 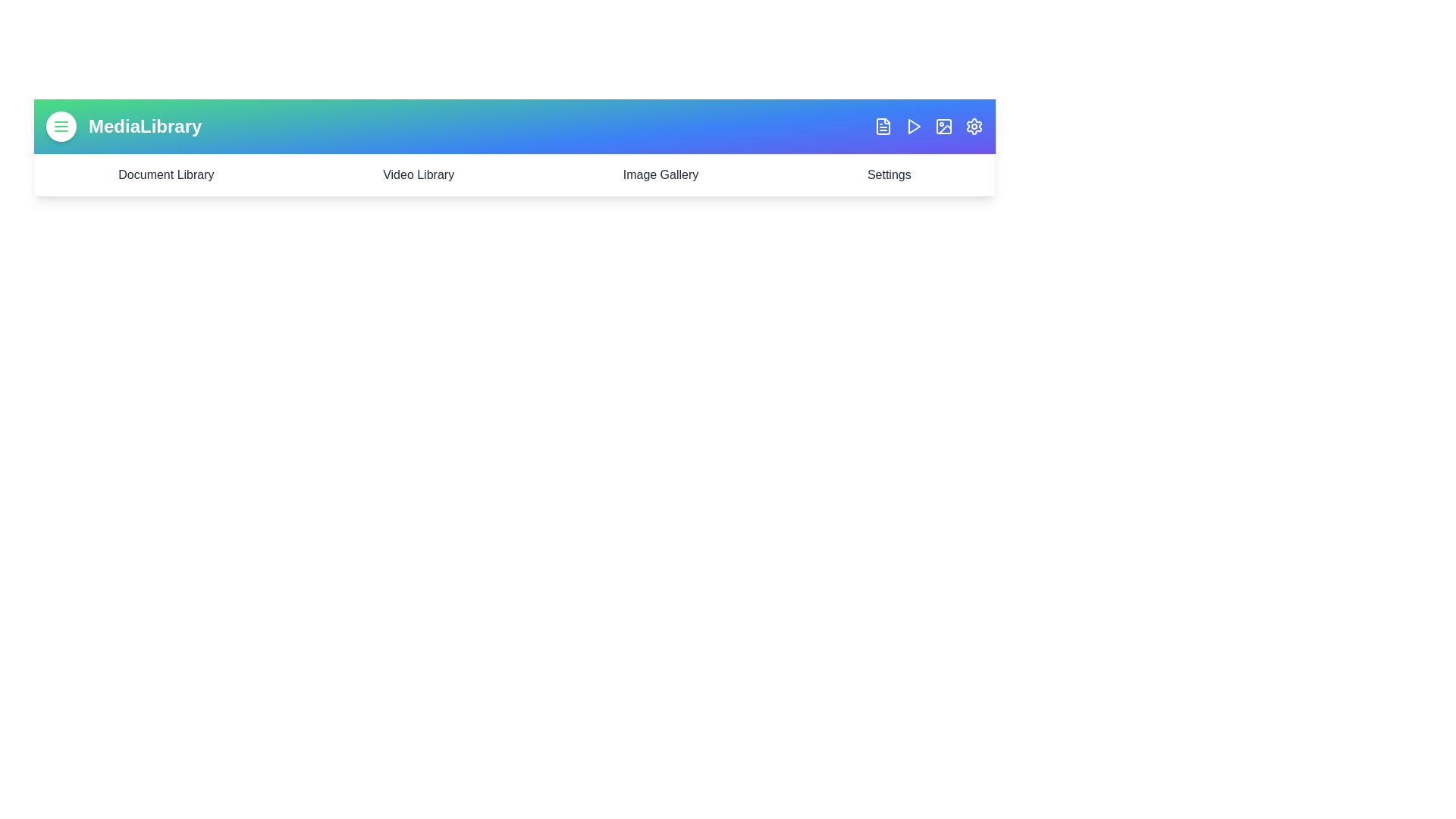 What do you see at coordinates (61, 125) in the screenshot?
I see `the menu button to toggle the menu visibility` at bounding box center [61, 125].